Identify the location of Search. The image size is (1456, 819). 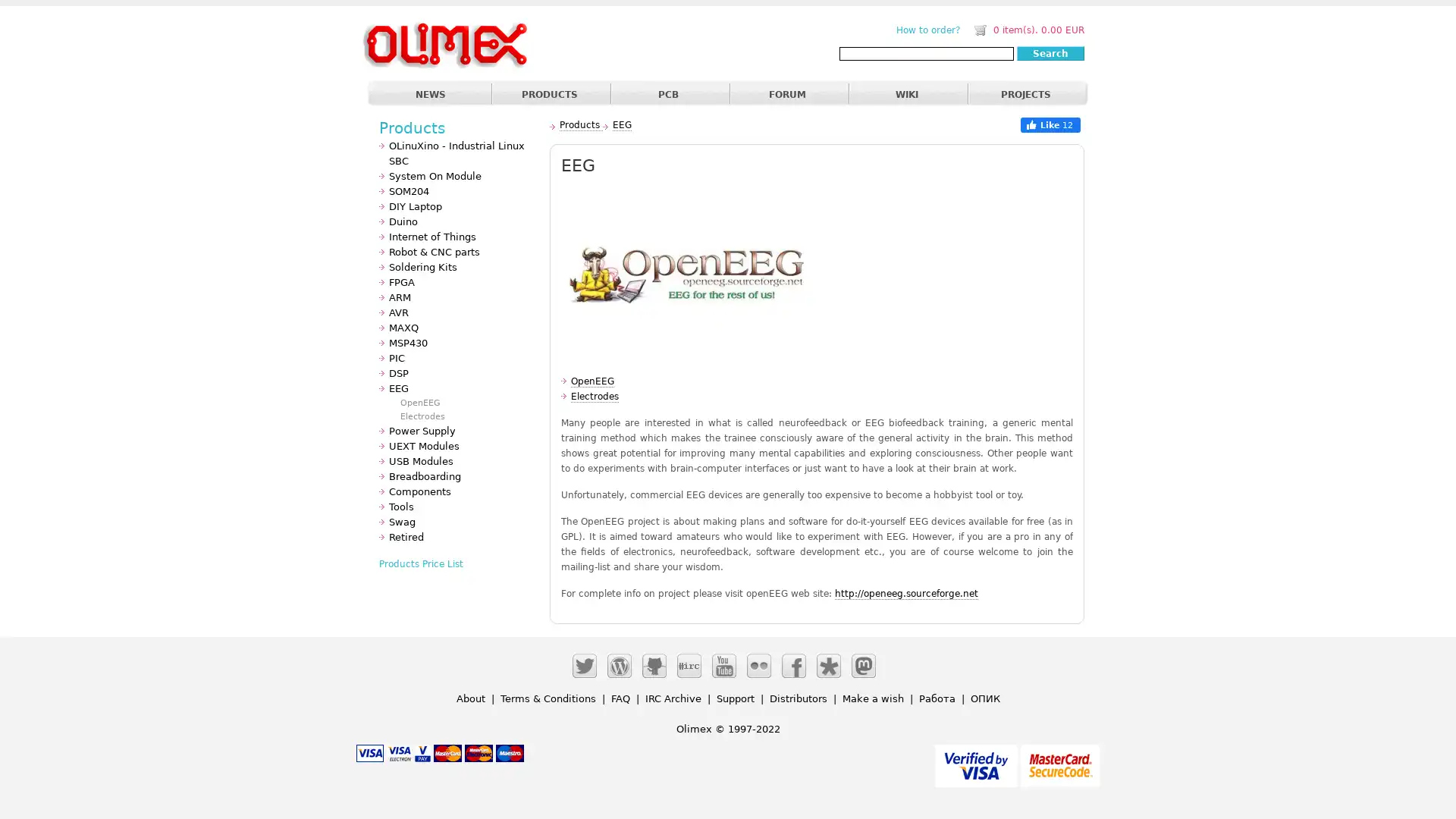
(1050, 52).